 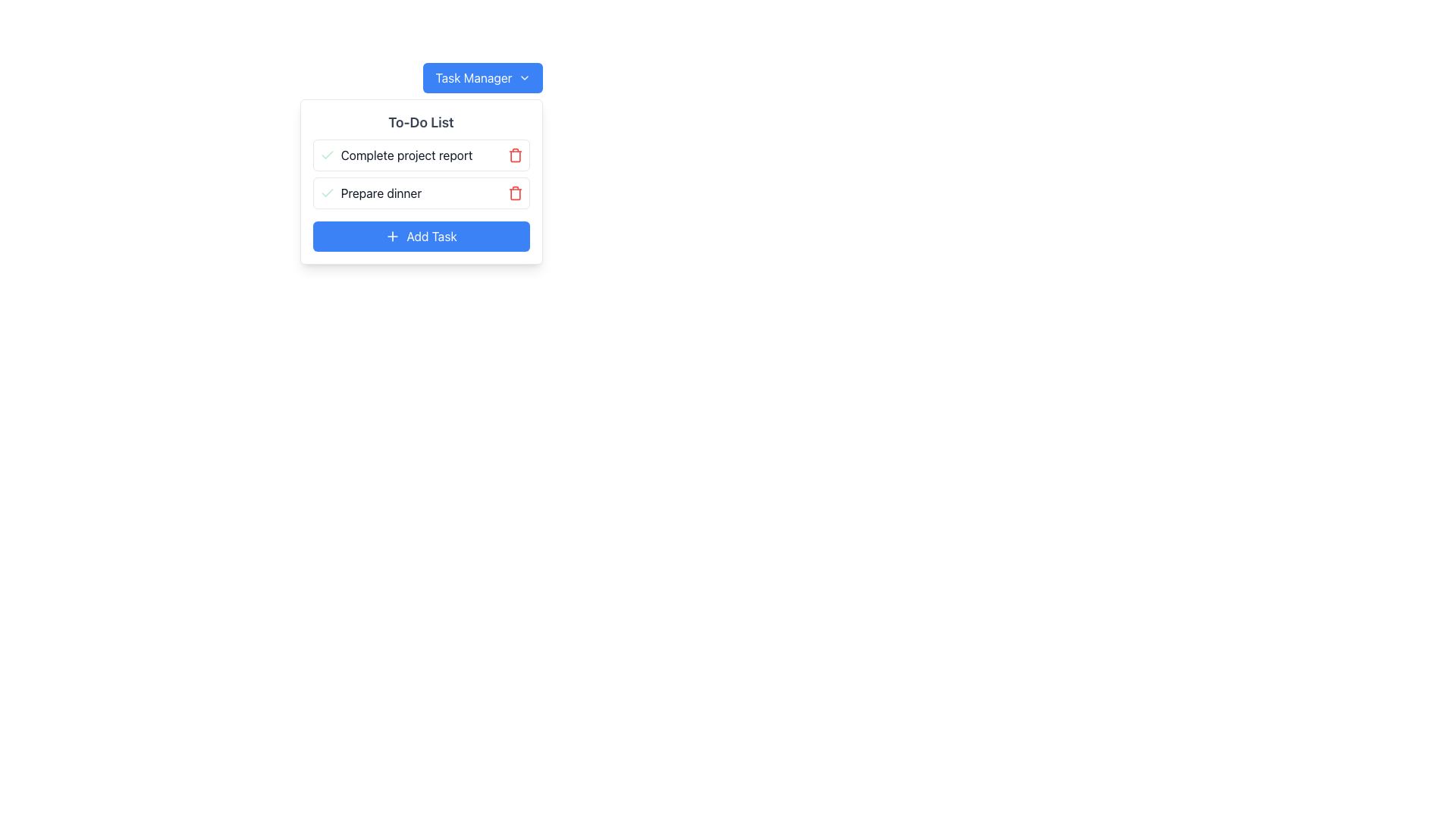 What do you see at coordinates (393, 237) in the screenshot?
I see `the 'Add Task' button which features a white plus sign icon against a blue background for visual feedback` at bounding box center [393, 237].